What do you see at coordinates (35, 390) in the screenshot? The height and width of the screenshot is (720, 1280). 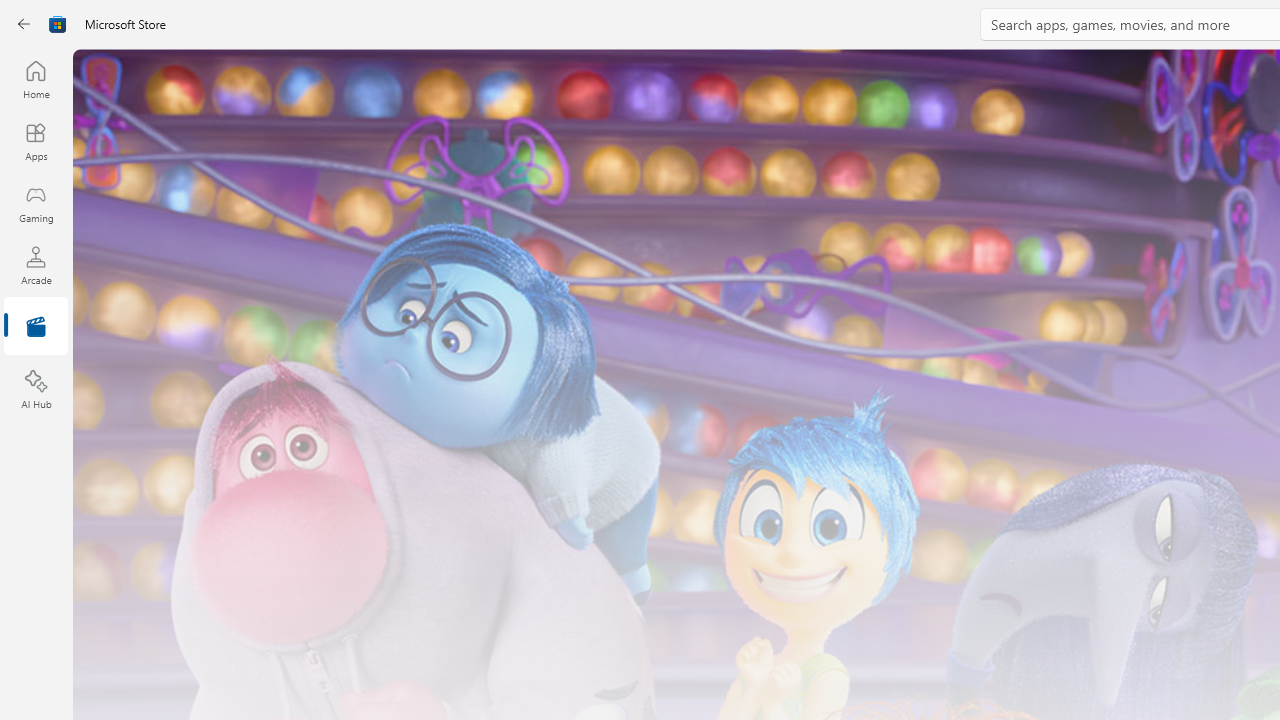 I see `'AI Hub'` at bounding box center [35, 390].